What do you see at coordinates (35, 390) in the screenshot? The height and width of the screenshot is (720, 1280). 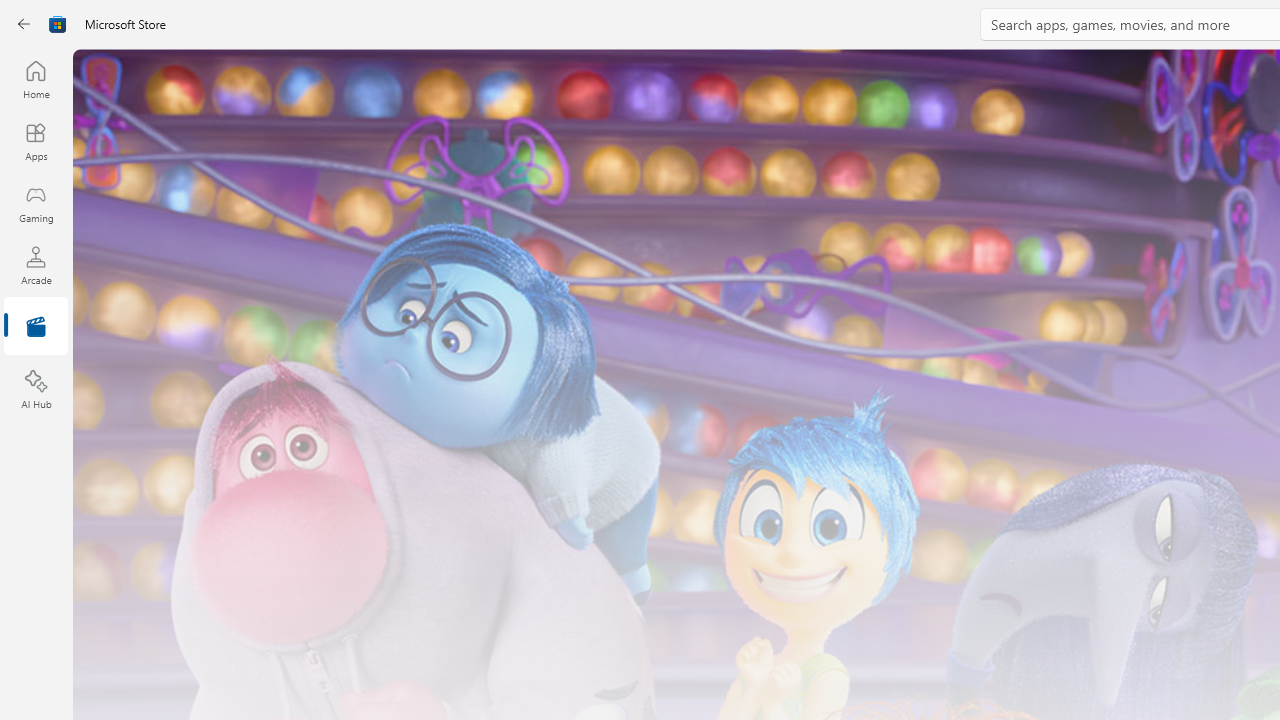 I see `'AI Hub'` at bounding box center [35, 390].